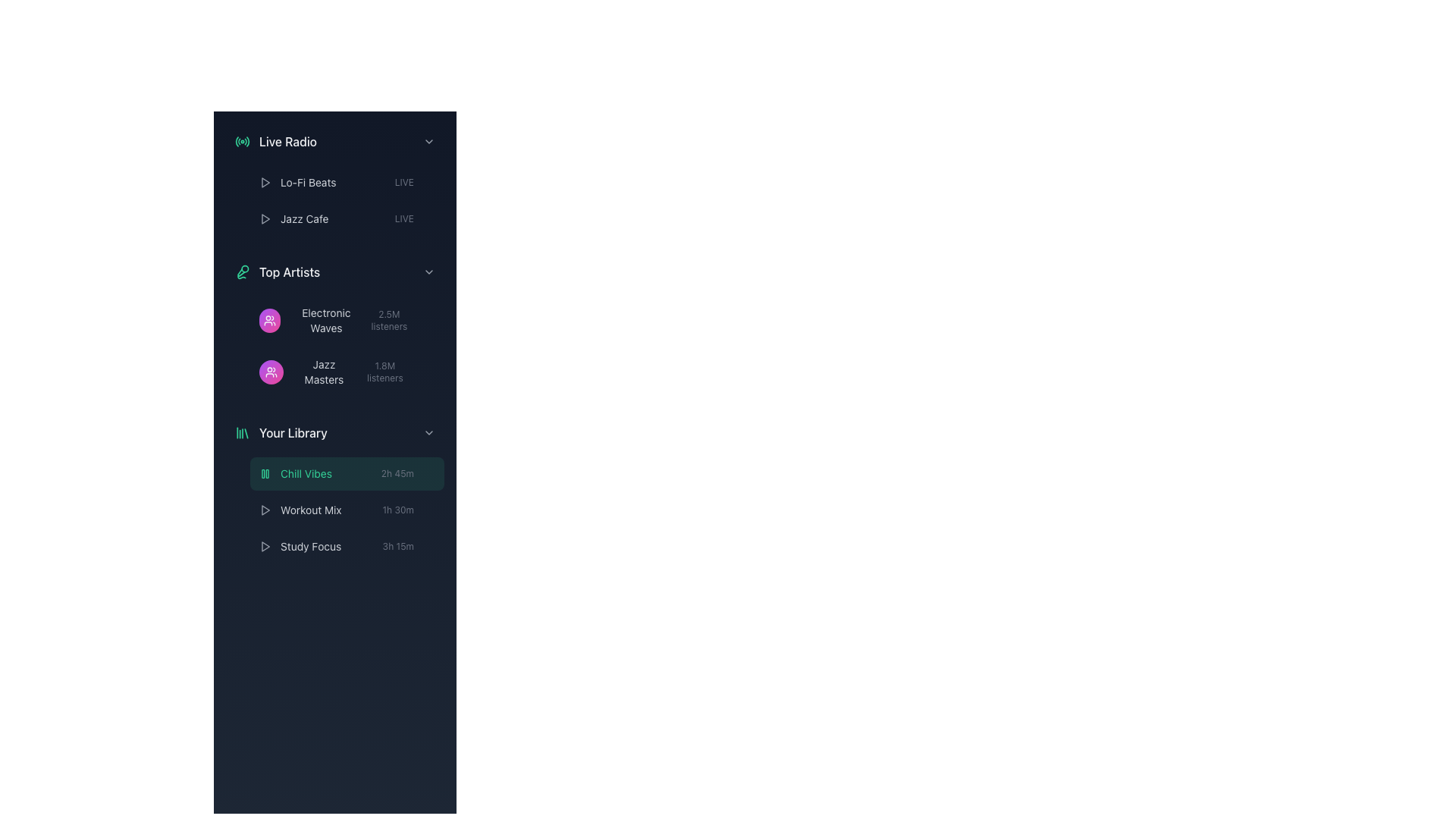  Describe the element at coordinates (334, 200) in the screenshot. I see `the ListItem containing 'Lo-Fi Beats' and 'Jazz Cafe' in the 'Live Radio' section for interaction` at that location.